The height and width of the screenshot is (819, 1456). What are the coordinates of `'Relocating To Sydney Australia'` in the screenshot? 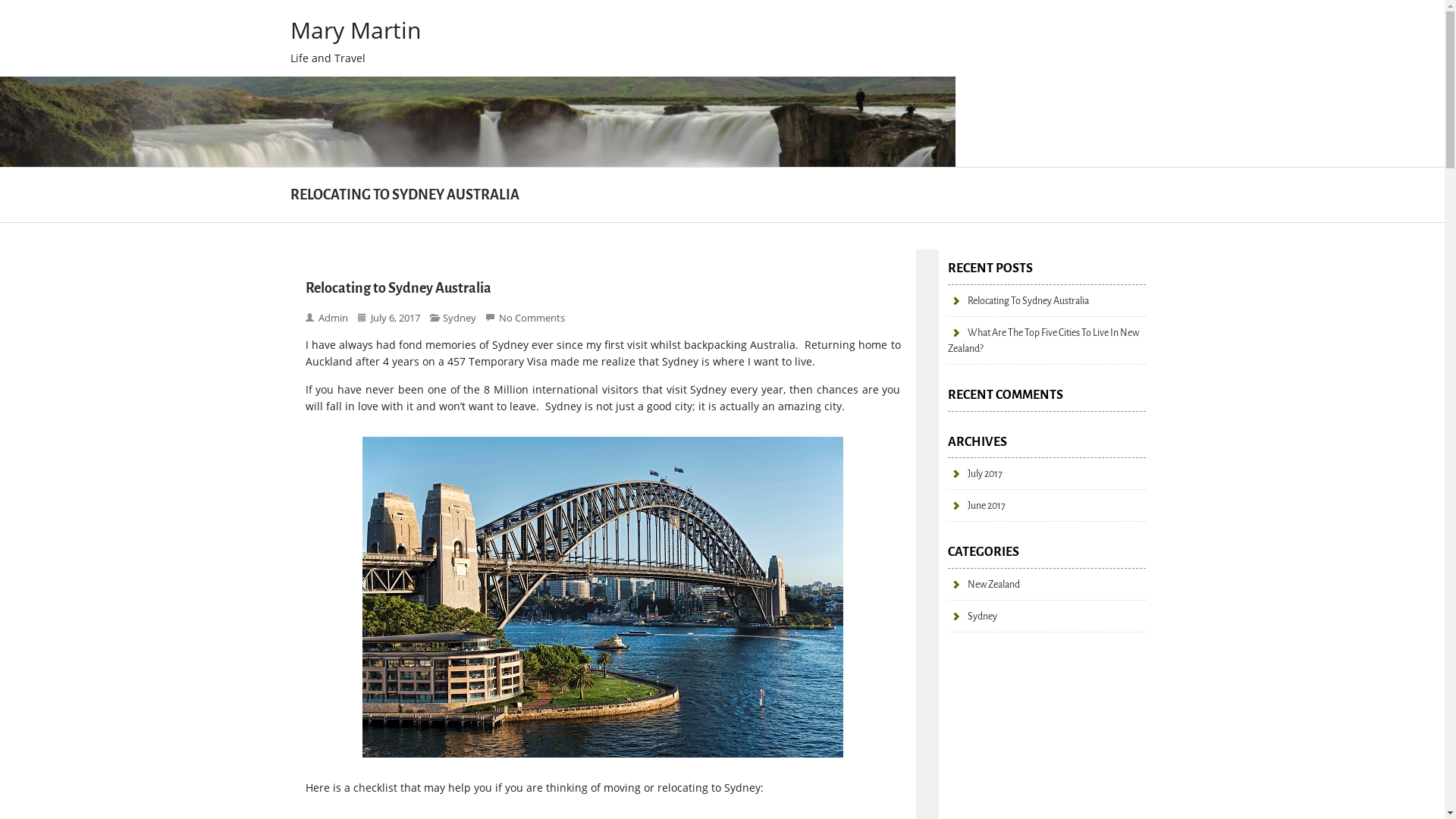 It's located at (1018, 300).